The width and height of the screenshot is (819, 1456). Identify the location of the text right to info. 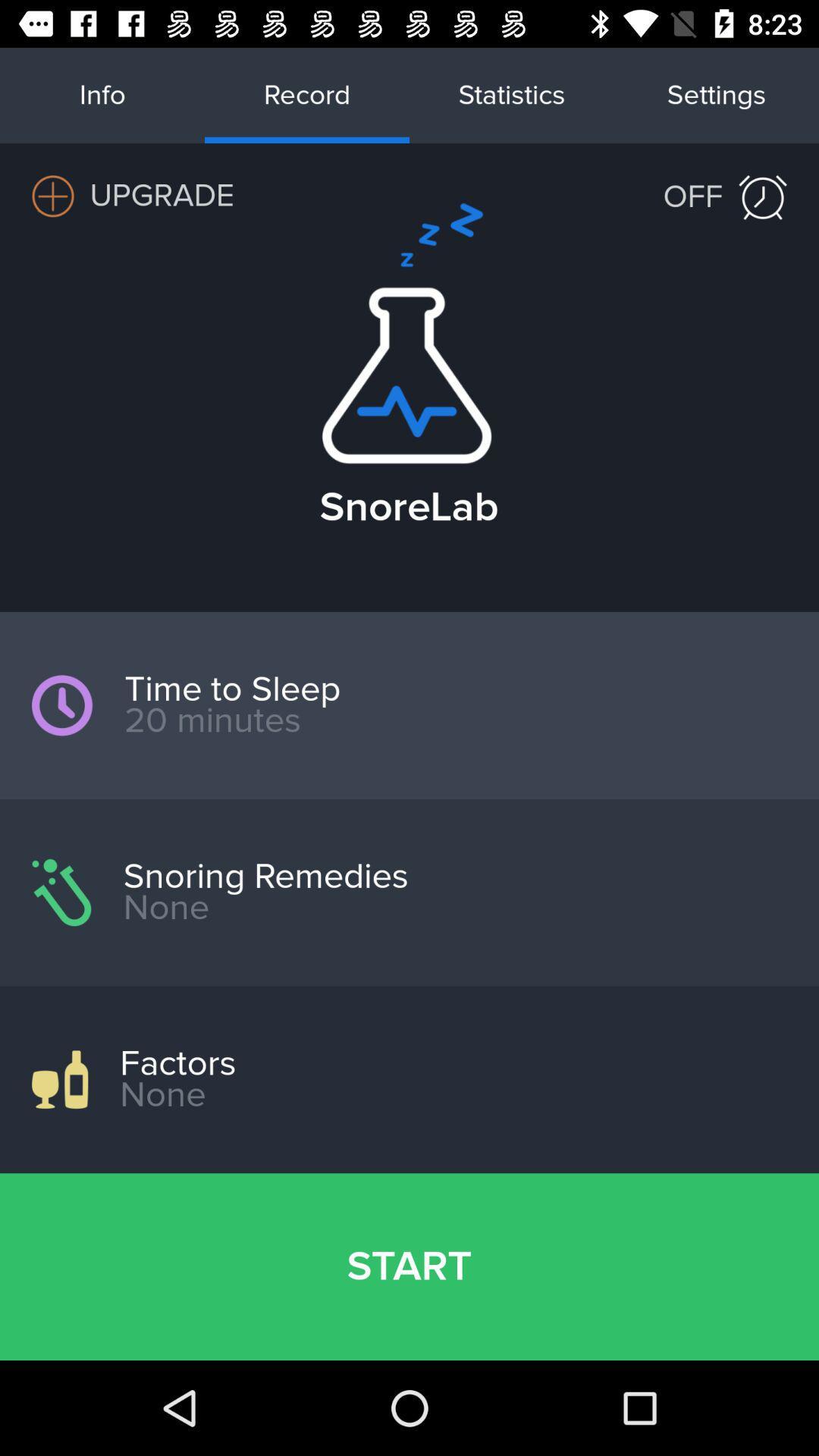
(307, 94).